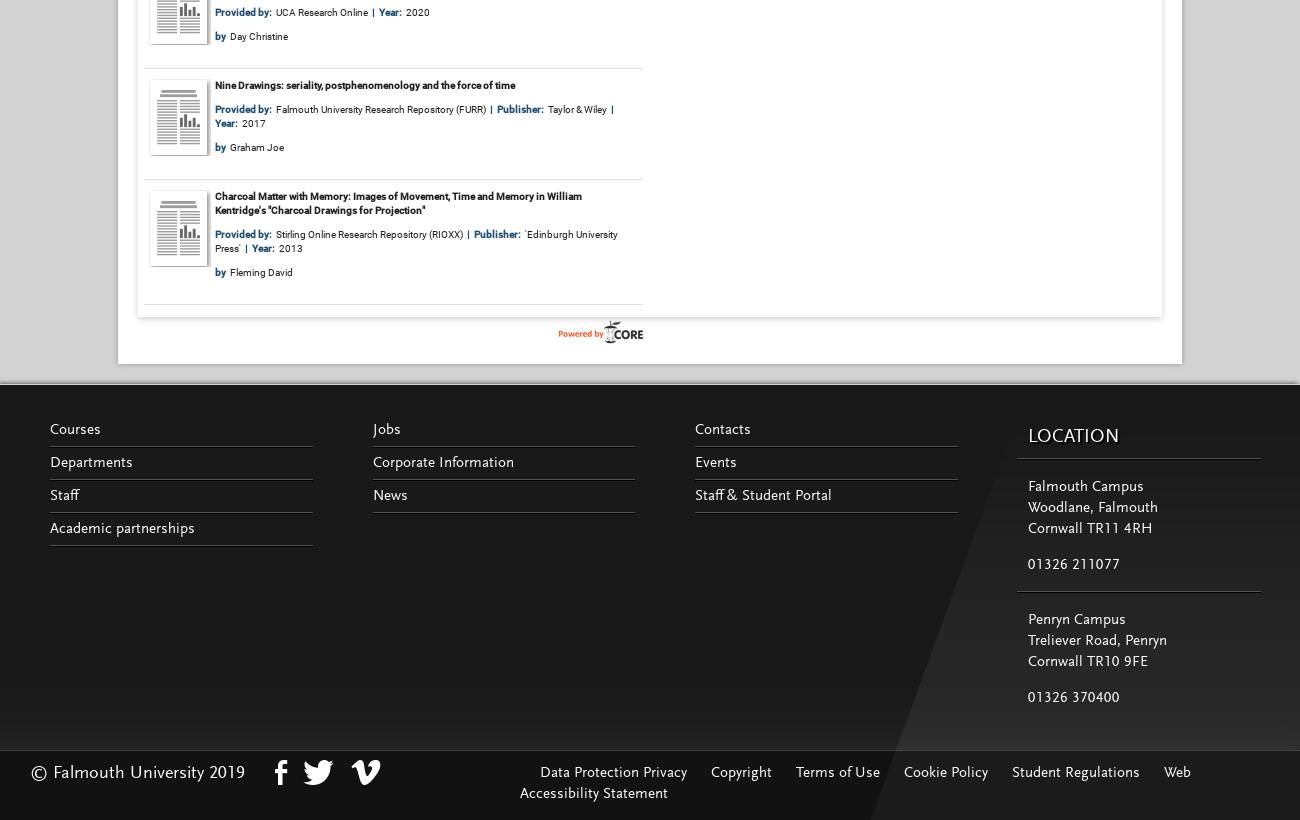 This screenshot has height=820, width=1300. I want to click on 'Jobs', so click(385, 428).